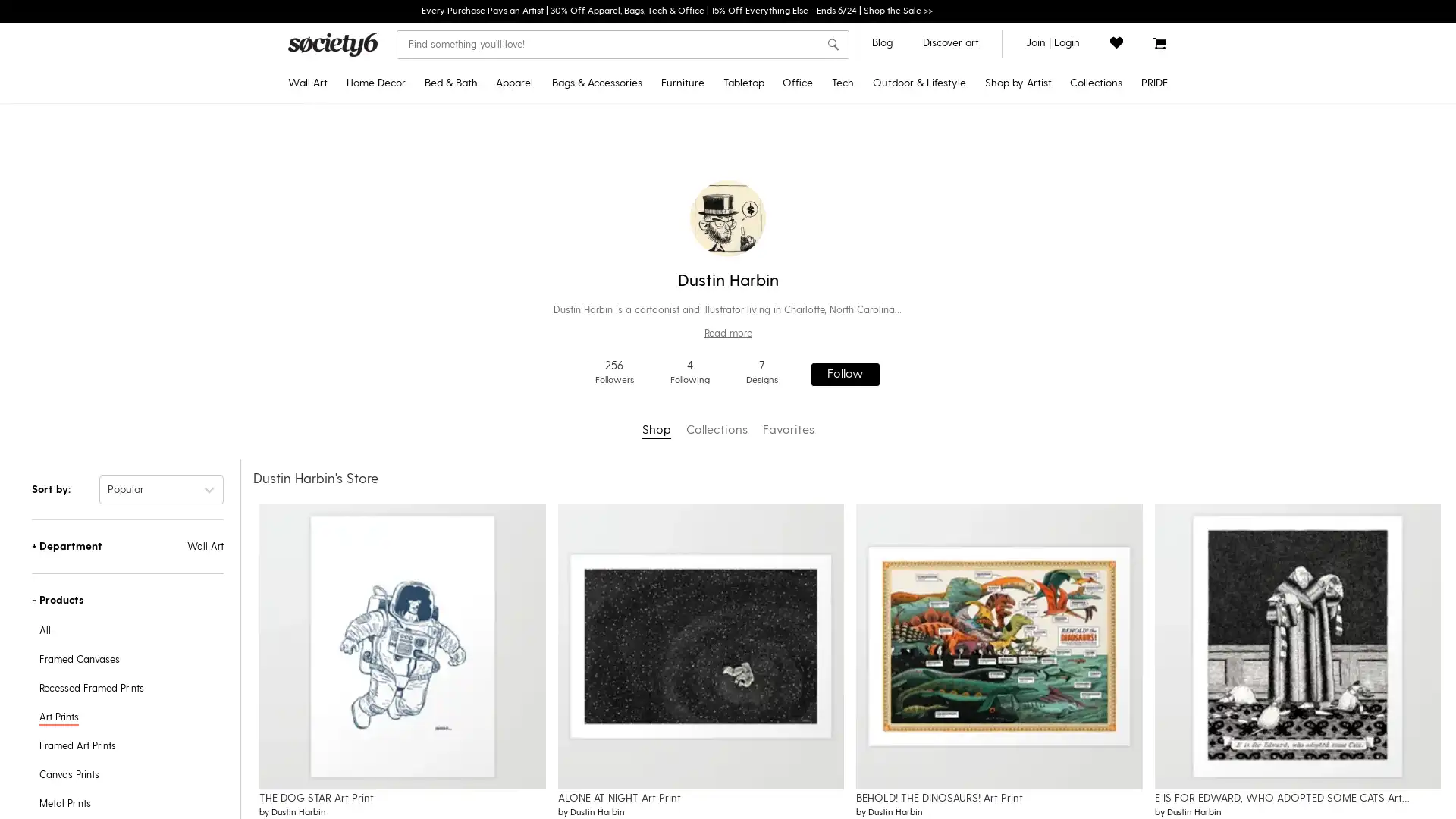 The image size is (1456, 819). Describe the element at coordinates (607, 243) in the screenshot. I see `Fanny Packs` at that location.